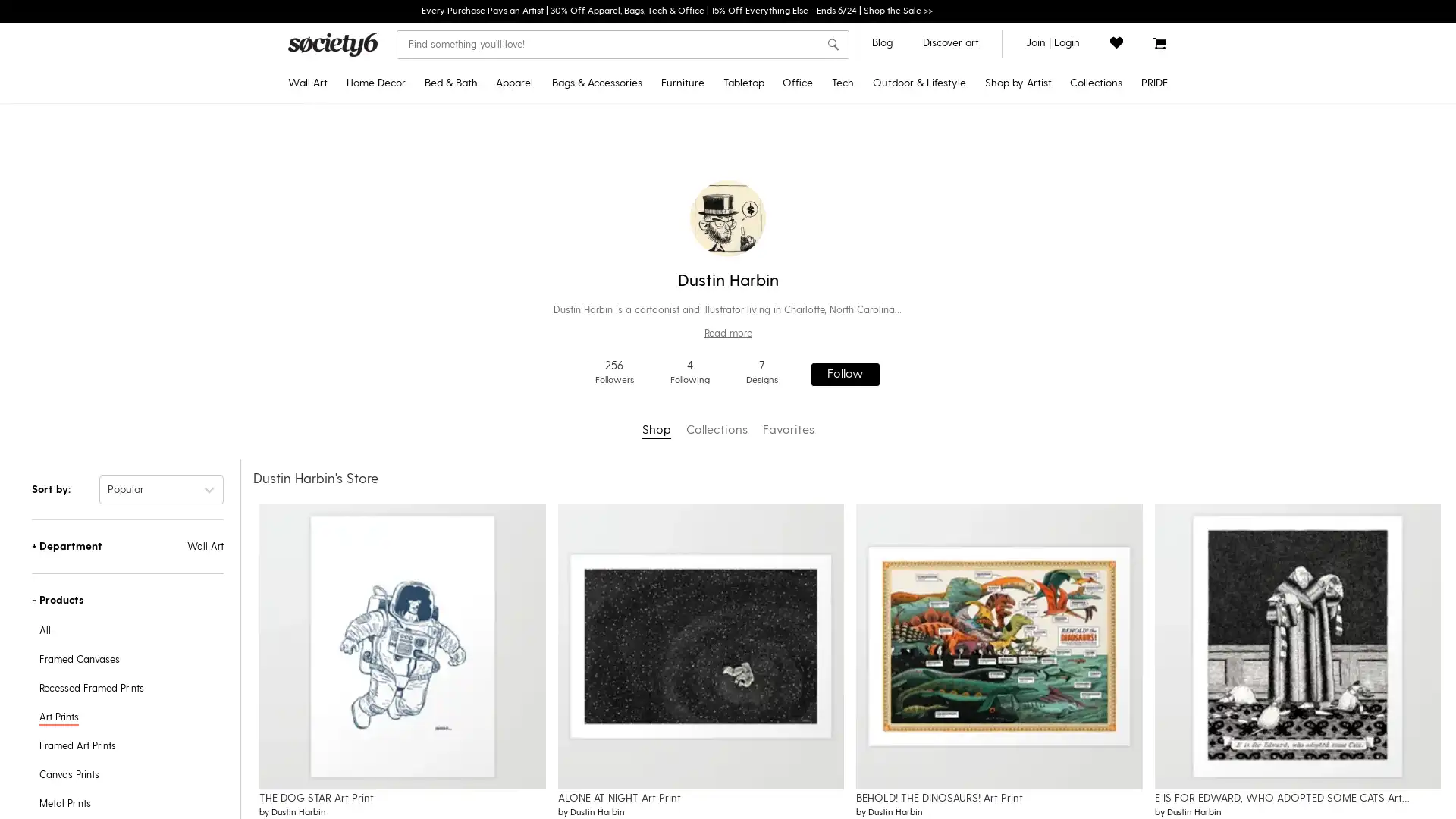 The image size is (1456, 819). Describe the element at coordinates (607, 243) in the screenshot. I see `Fanny Packs` at that location.